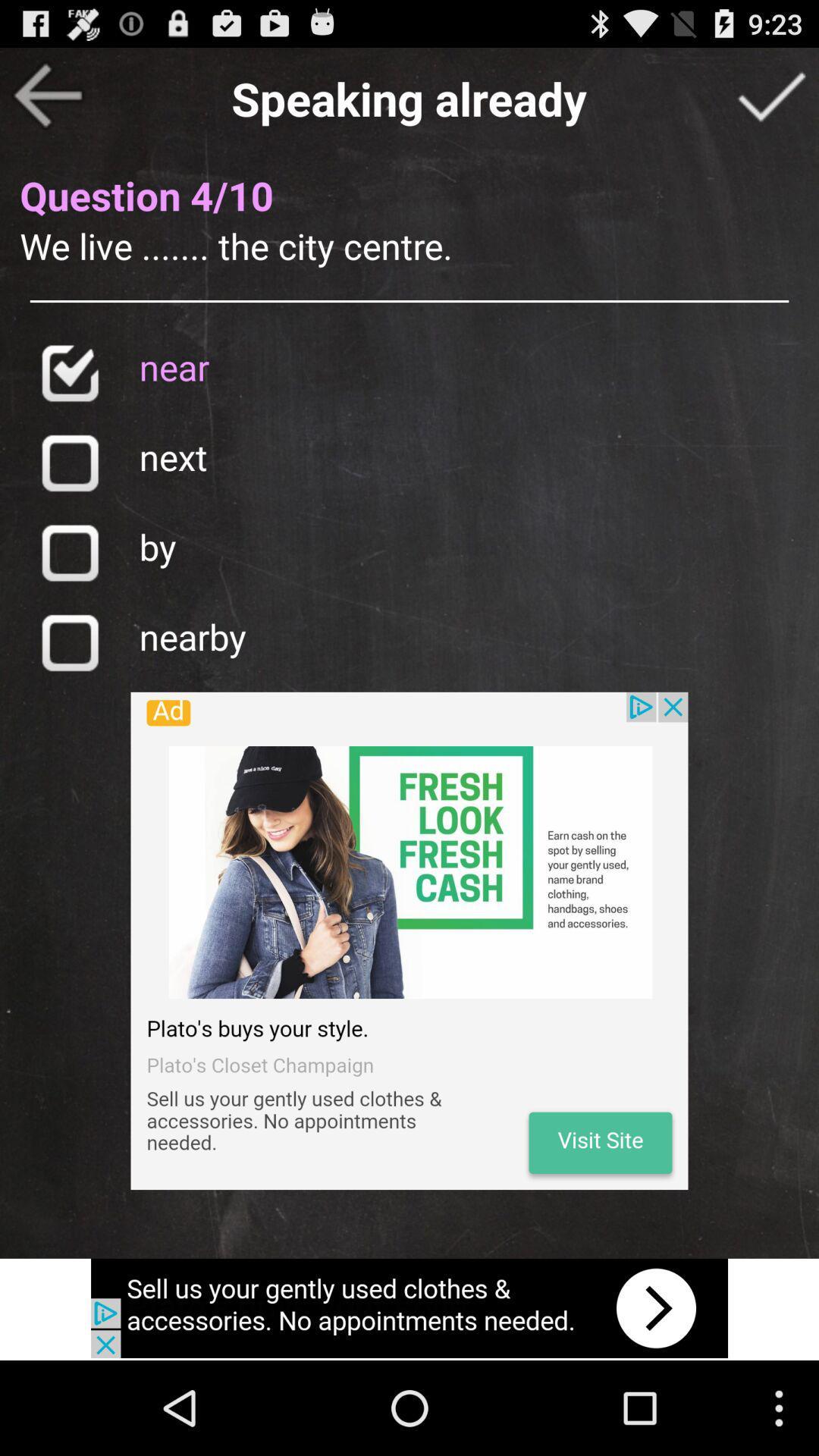  I want to click on the check icon, so click(771, 101).